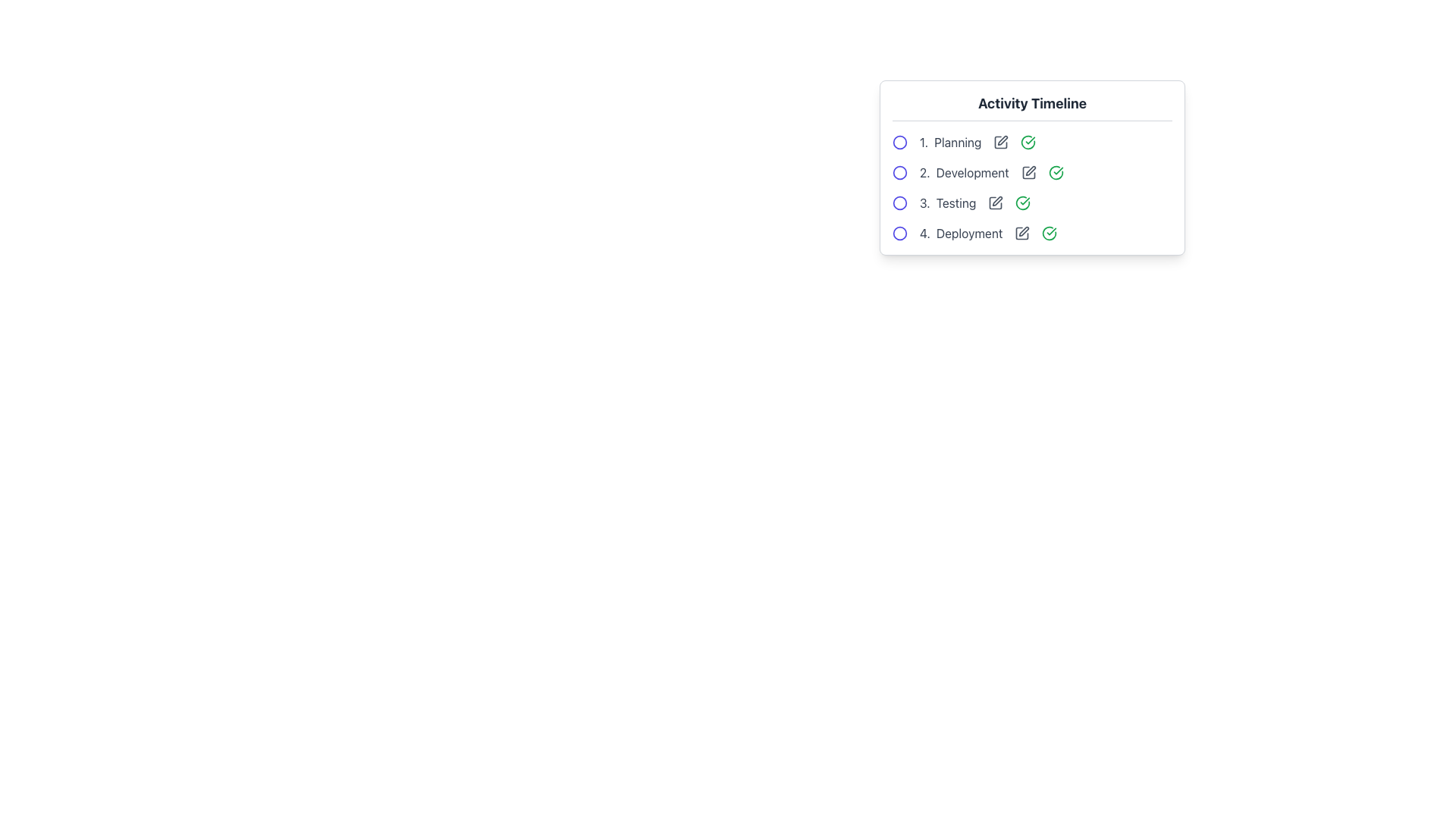  What do you see at coordinates (1049, 234) in the screenshot?
I see `the status indicator icon that confirms the completion of step '4. Deployment' in the 'Activity Timeline' section, located to the far-right of the icon group` at bounding box center [1049, 234].